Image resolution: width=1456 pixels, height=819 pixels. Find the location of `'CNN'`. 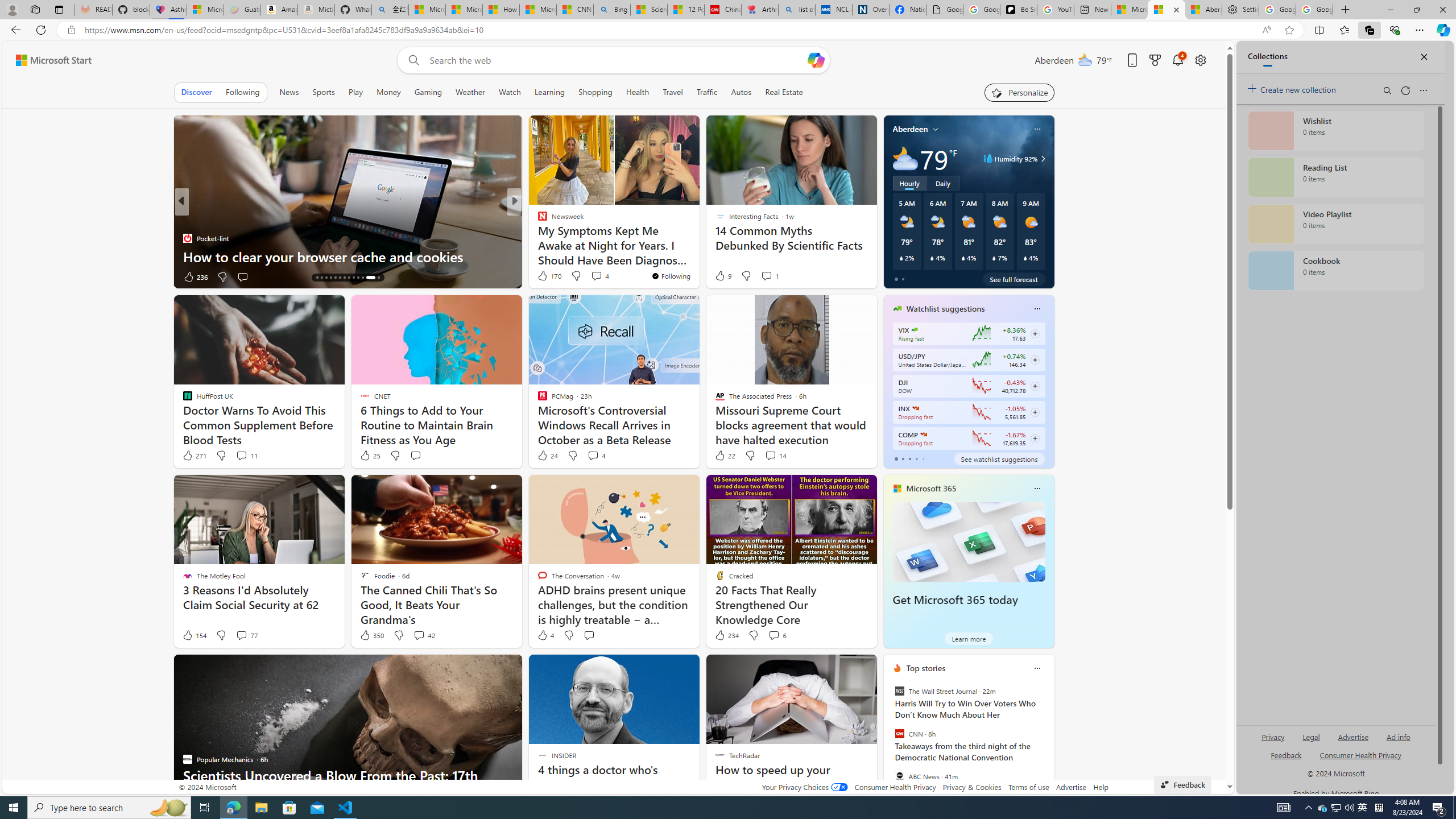

'CNN' is located at coordinates (898, 734).